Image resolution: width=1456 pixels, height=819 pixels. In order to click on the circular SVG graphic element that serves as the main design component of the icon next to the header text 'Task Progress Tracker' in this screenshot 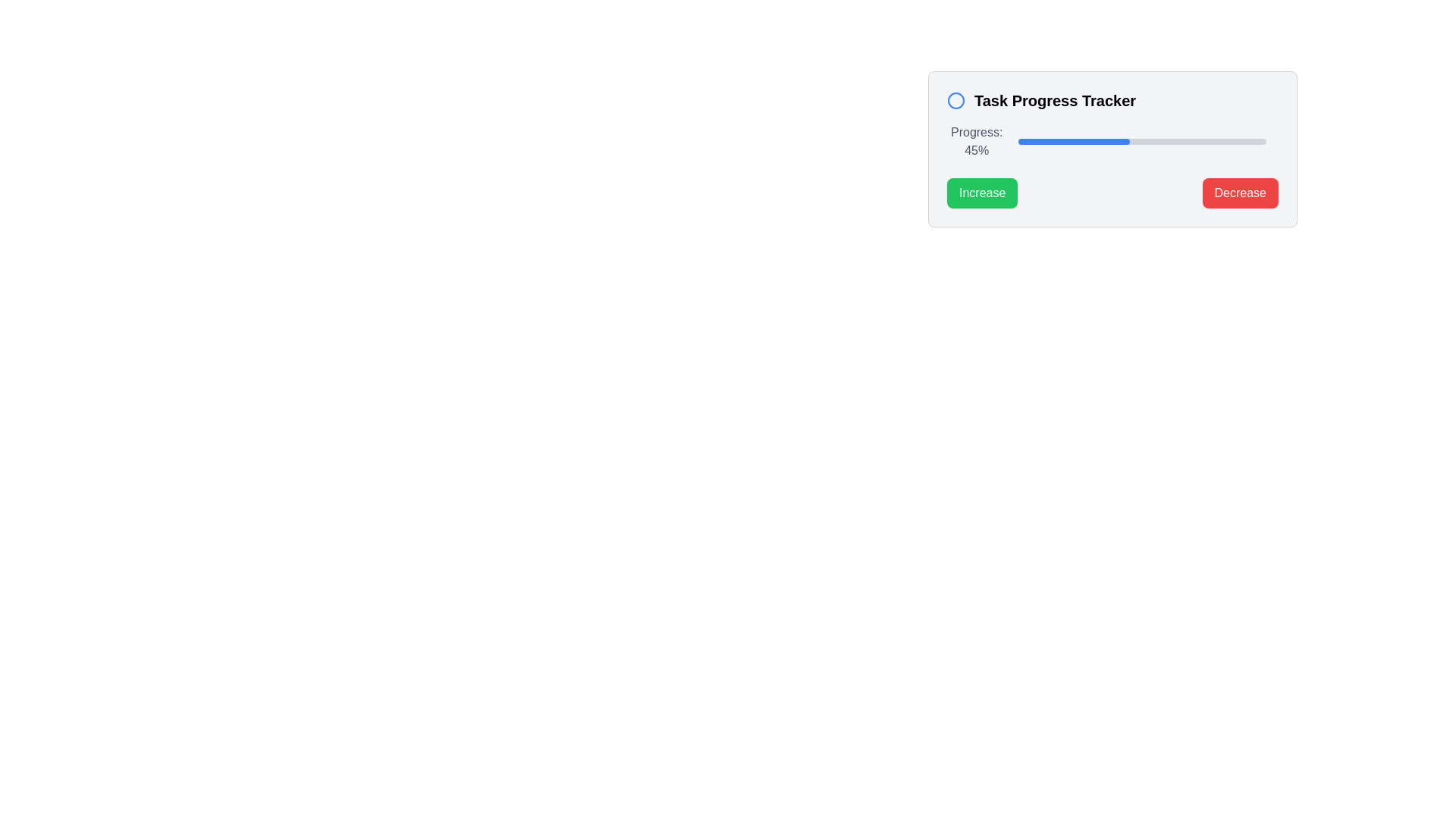, I will do `click(955, 100)`.